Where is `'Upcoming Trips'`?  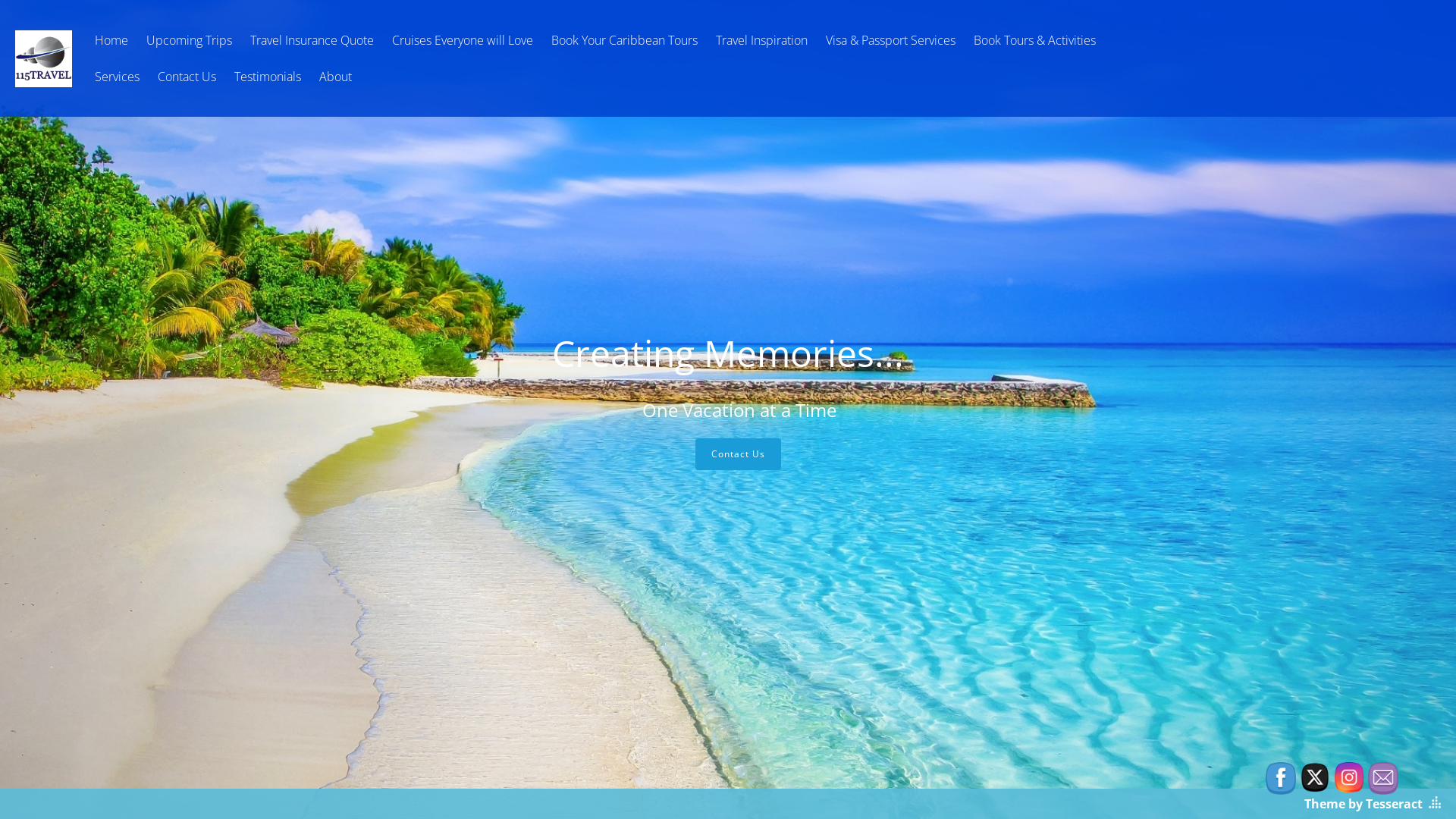
'Upcoming Trips' is located at coordinates (188, 39).